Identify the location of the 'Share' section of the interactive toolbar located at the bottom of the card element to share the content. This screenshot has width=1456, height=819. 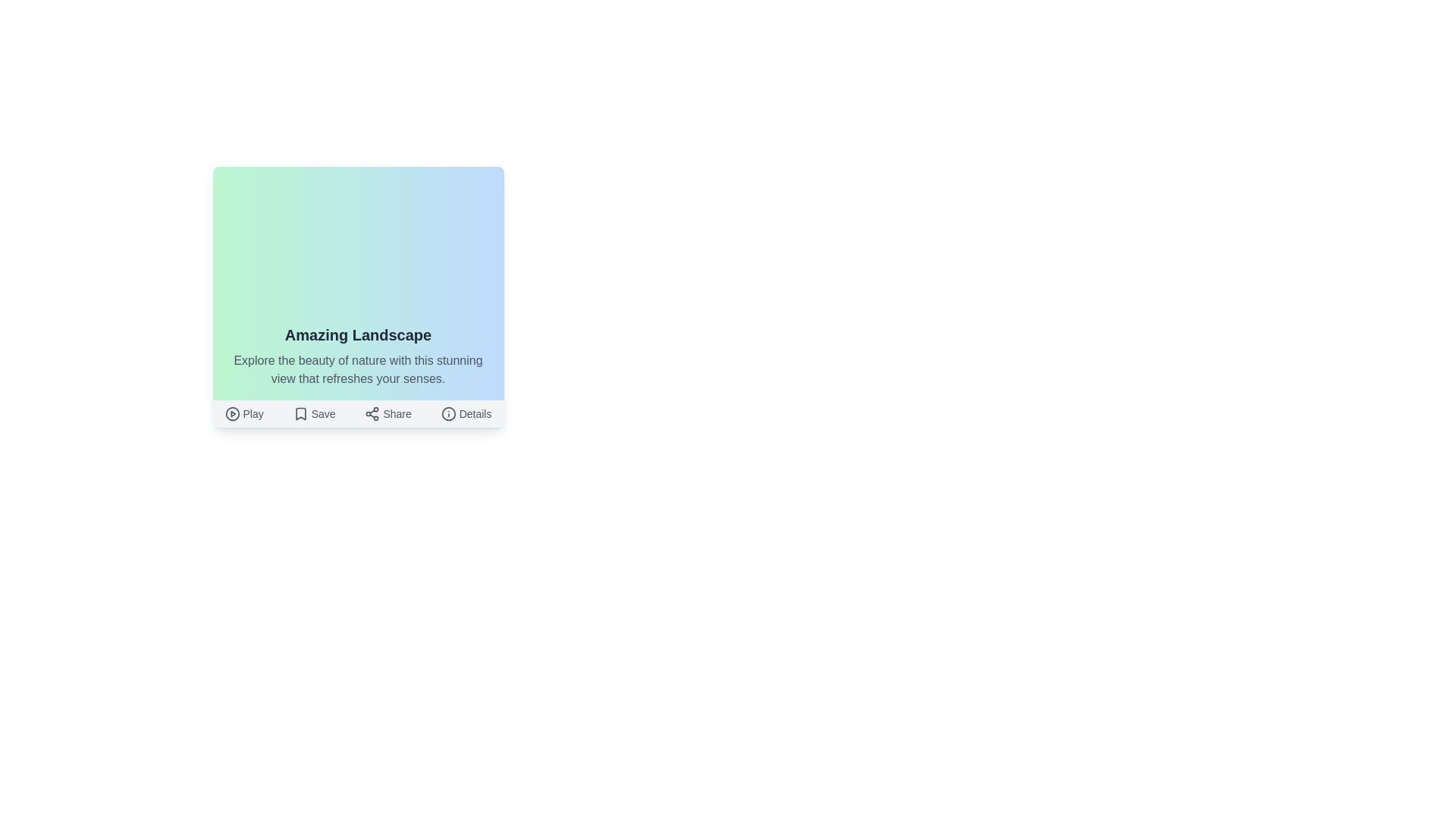
(357, 414).